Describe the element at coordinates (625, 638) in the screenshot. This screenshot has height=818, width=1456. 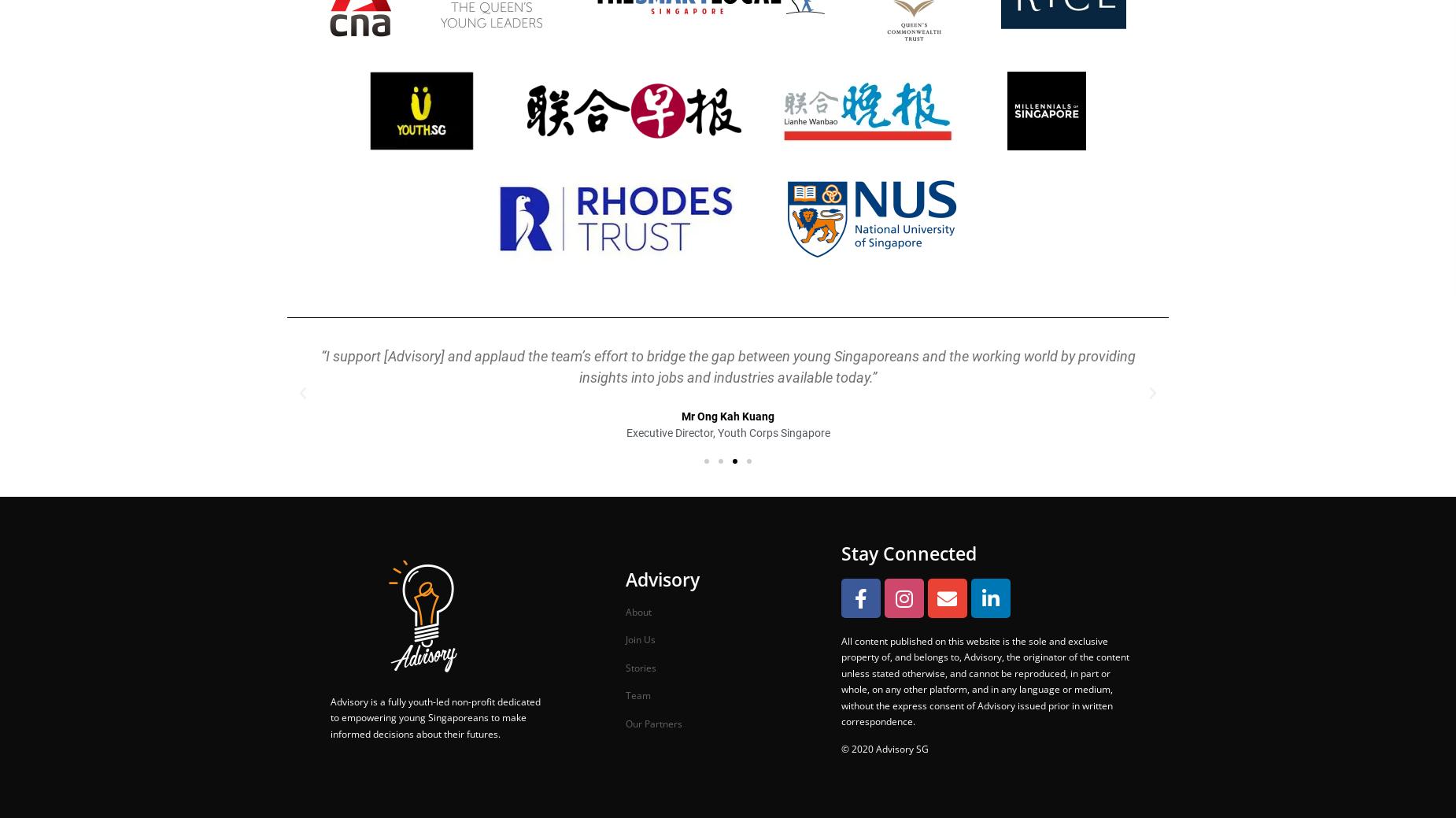
I see `'Join Us'` at that location.